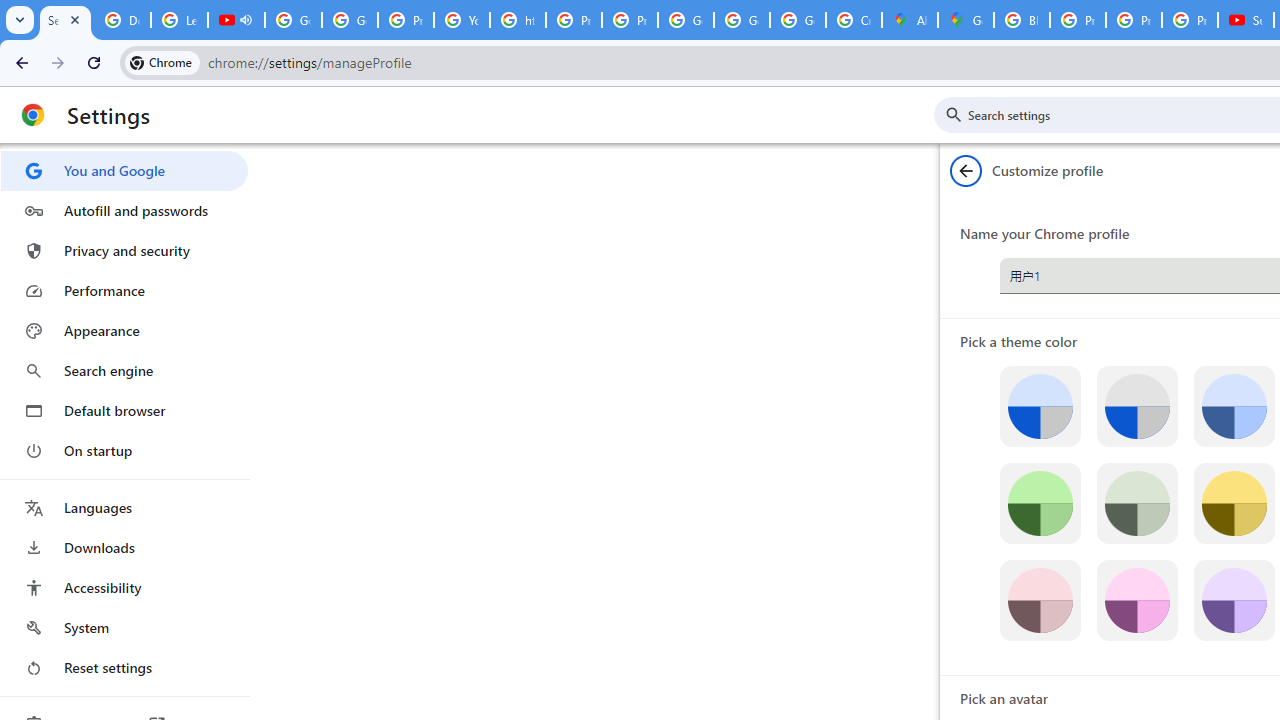 The image size is (1280, 720). What do you see at coordinates (123, 410) in the screenshot?
I see `'Default browser'` at bounding box center [123, 410].